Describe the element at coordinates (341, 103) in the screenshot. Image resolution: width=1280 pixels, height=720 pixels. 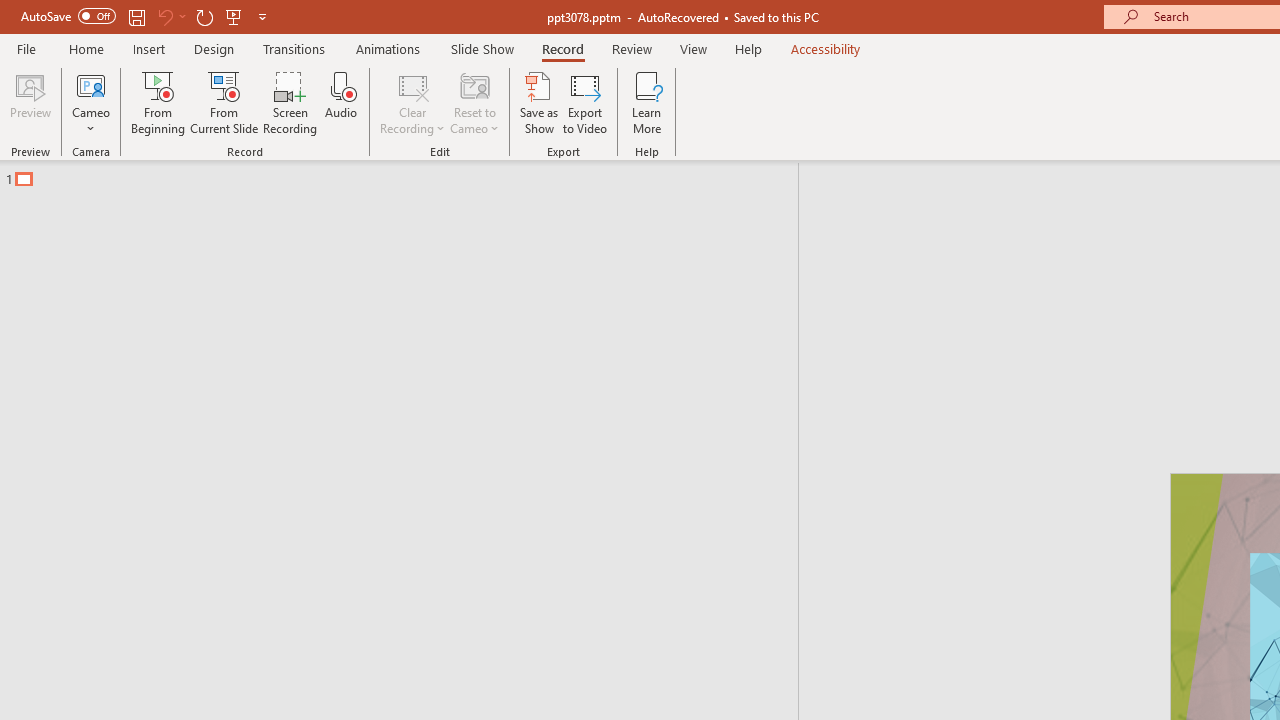
I see `'Audio'` at that location.